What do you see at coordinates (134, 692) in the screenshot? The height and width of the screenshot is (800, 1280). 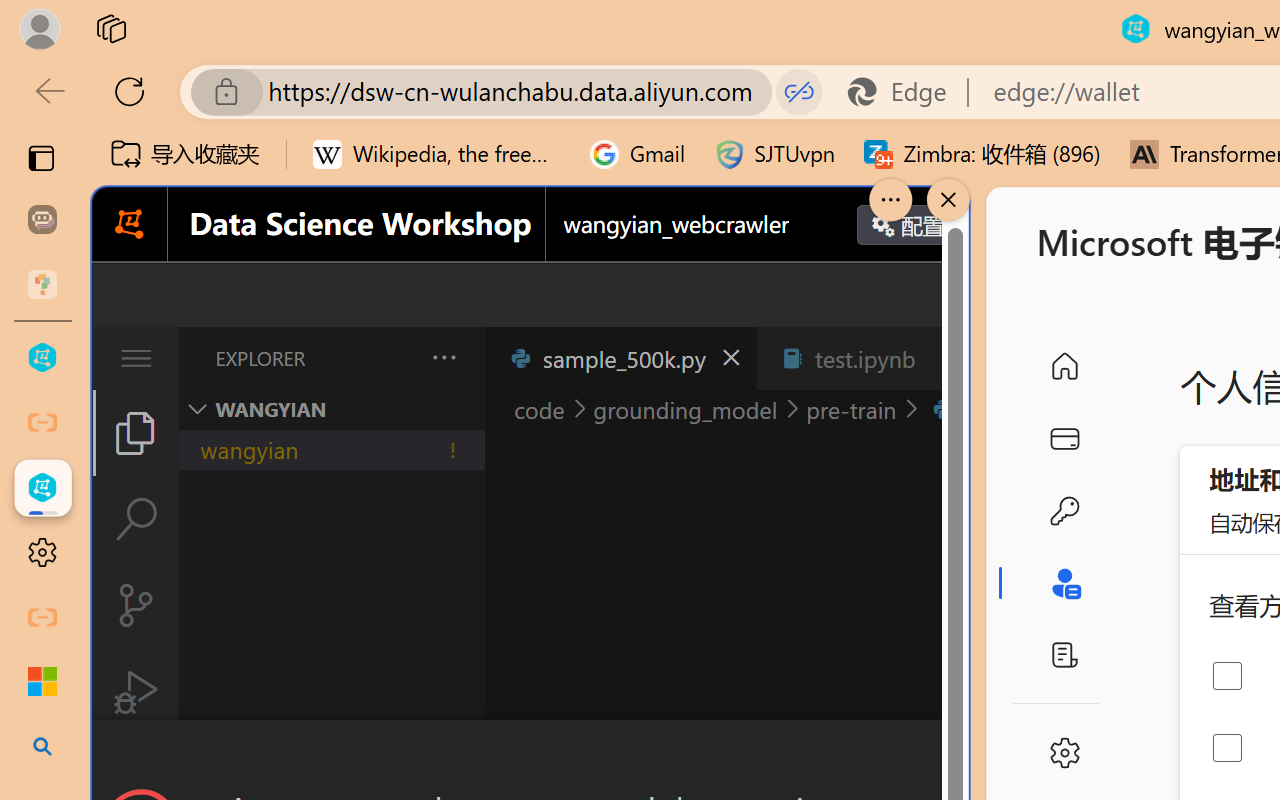 I see `'Run and Debug (Ctrl+Shift+D)'` at bounding box center [134, 692].